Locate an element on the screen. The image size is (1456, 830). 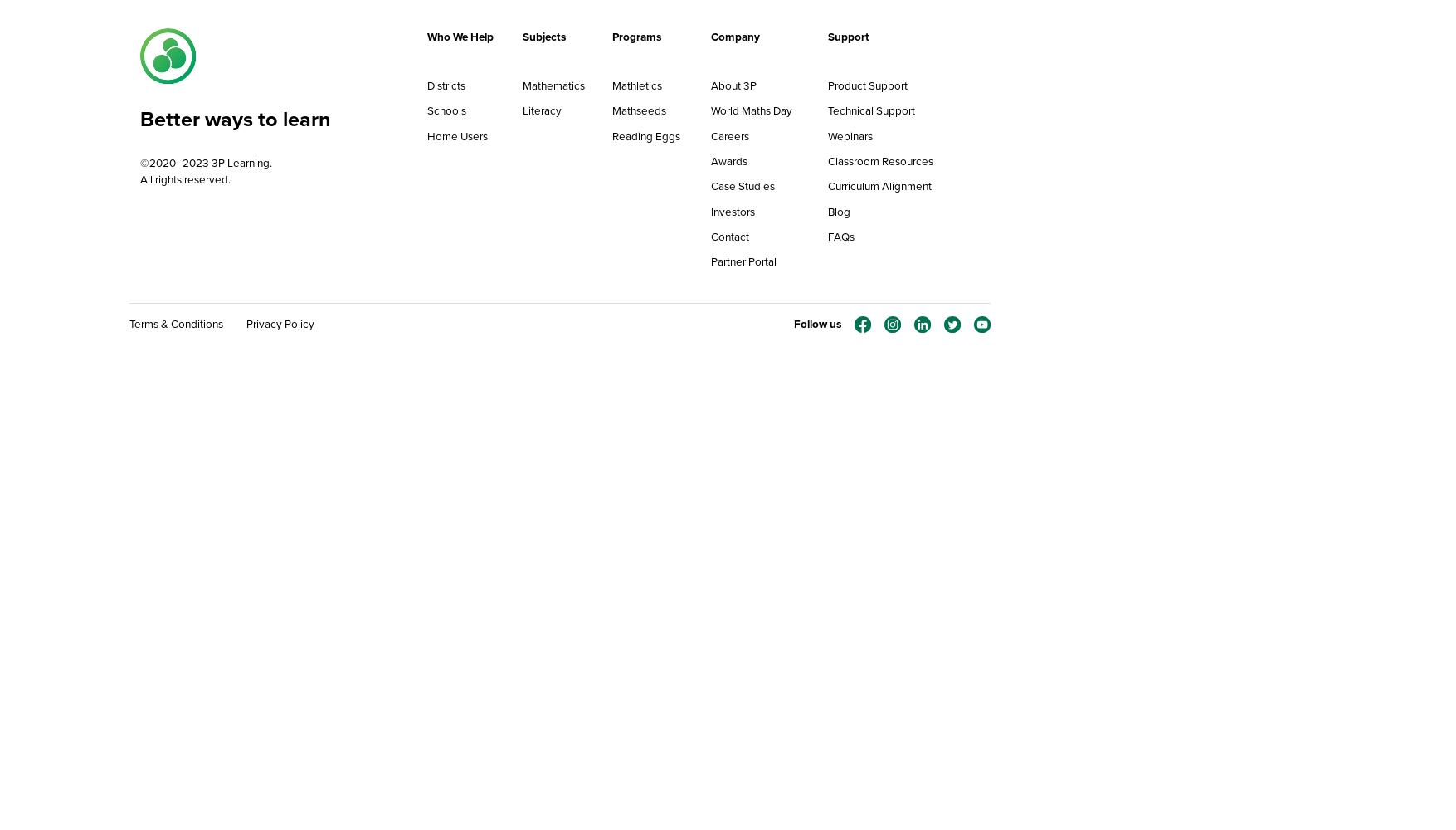
'Reading Eggs' is located at coordinates (645, 135).